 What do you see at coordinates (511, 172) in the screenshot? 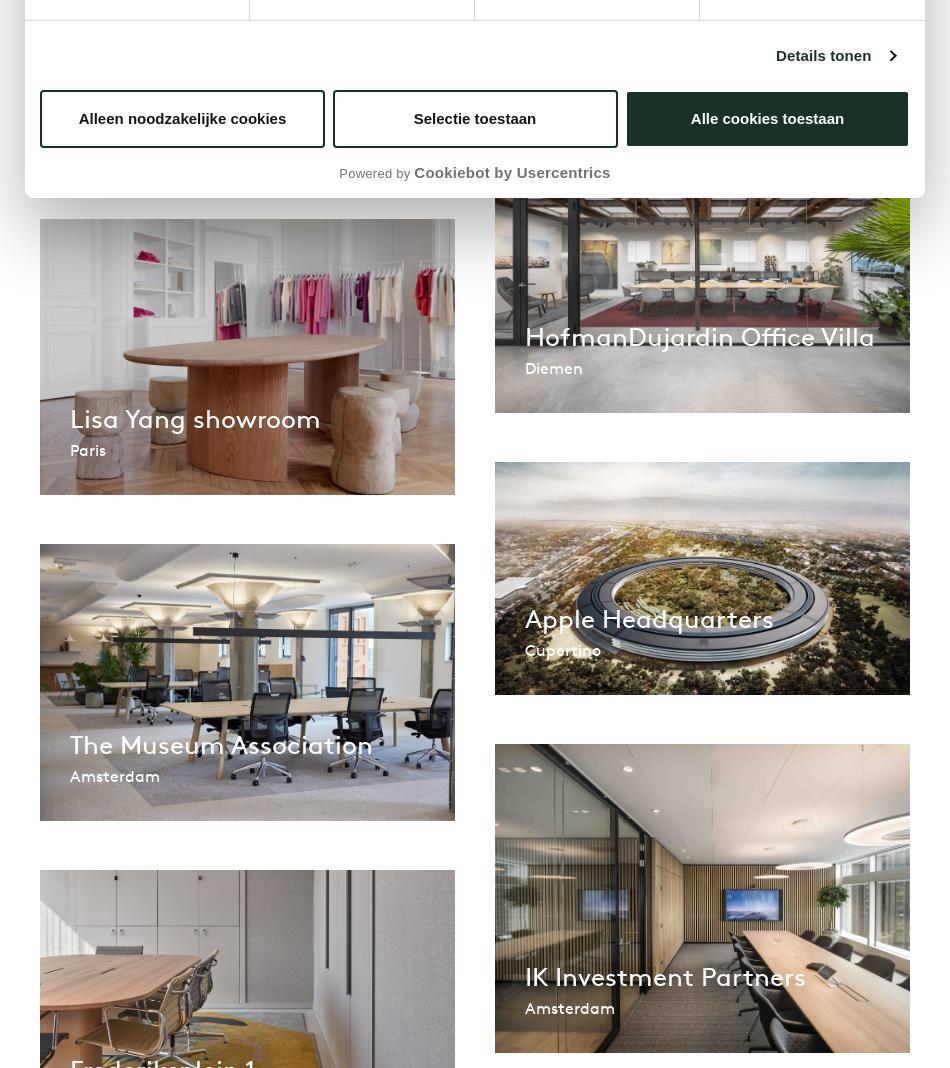
I see `'Cookiebot by Usercentrics'` at bounding box center [511, 172].